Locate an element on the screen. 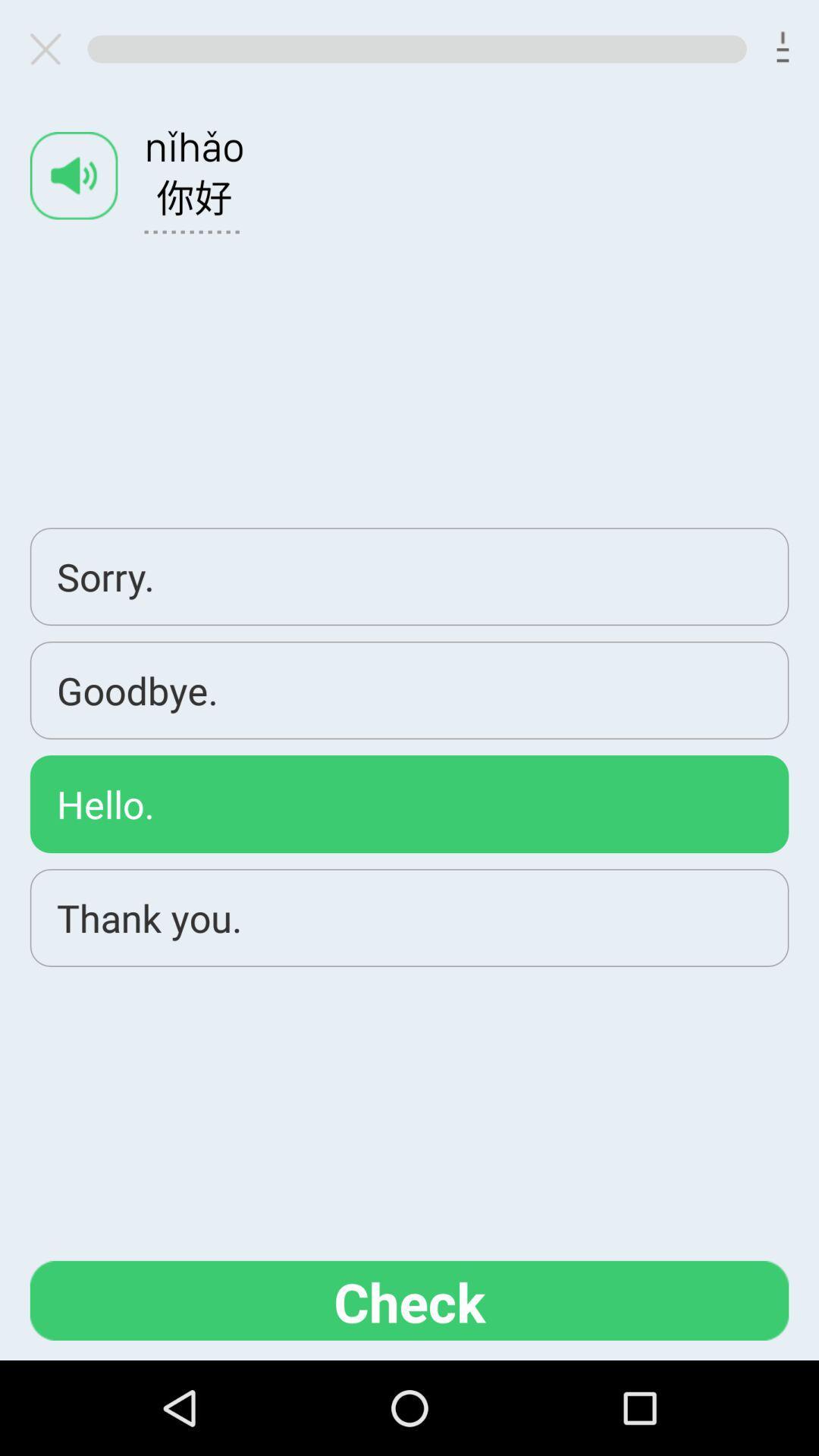 The width and height of the screenshot is (819, 1456). pronounce text is located at coordinates (74, 175).